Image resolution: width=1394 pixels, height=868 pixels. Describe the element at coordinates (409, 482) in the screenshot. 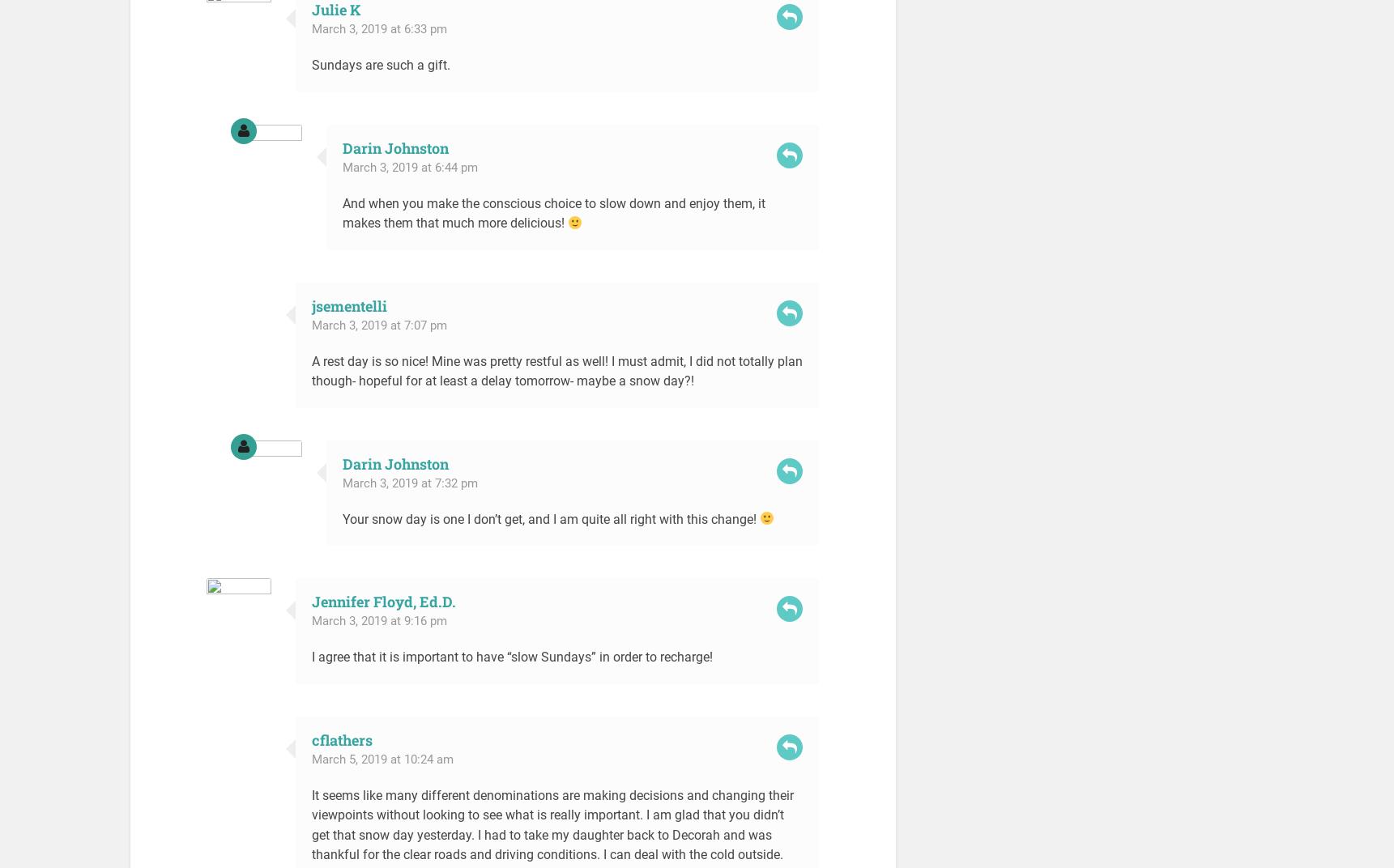

I see `'March 3, 2019 at 7:32 pm'` at that location.